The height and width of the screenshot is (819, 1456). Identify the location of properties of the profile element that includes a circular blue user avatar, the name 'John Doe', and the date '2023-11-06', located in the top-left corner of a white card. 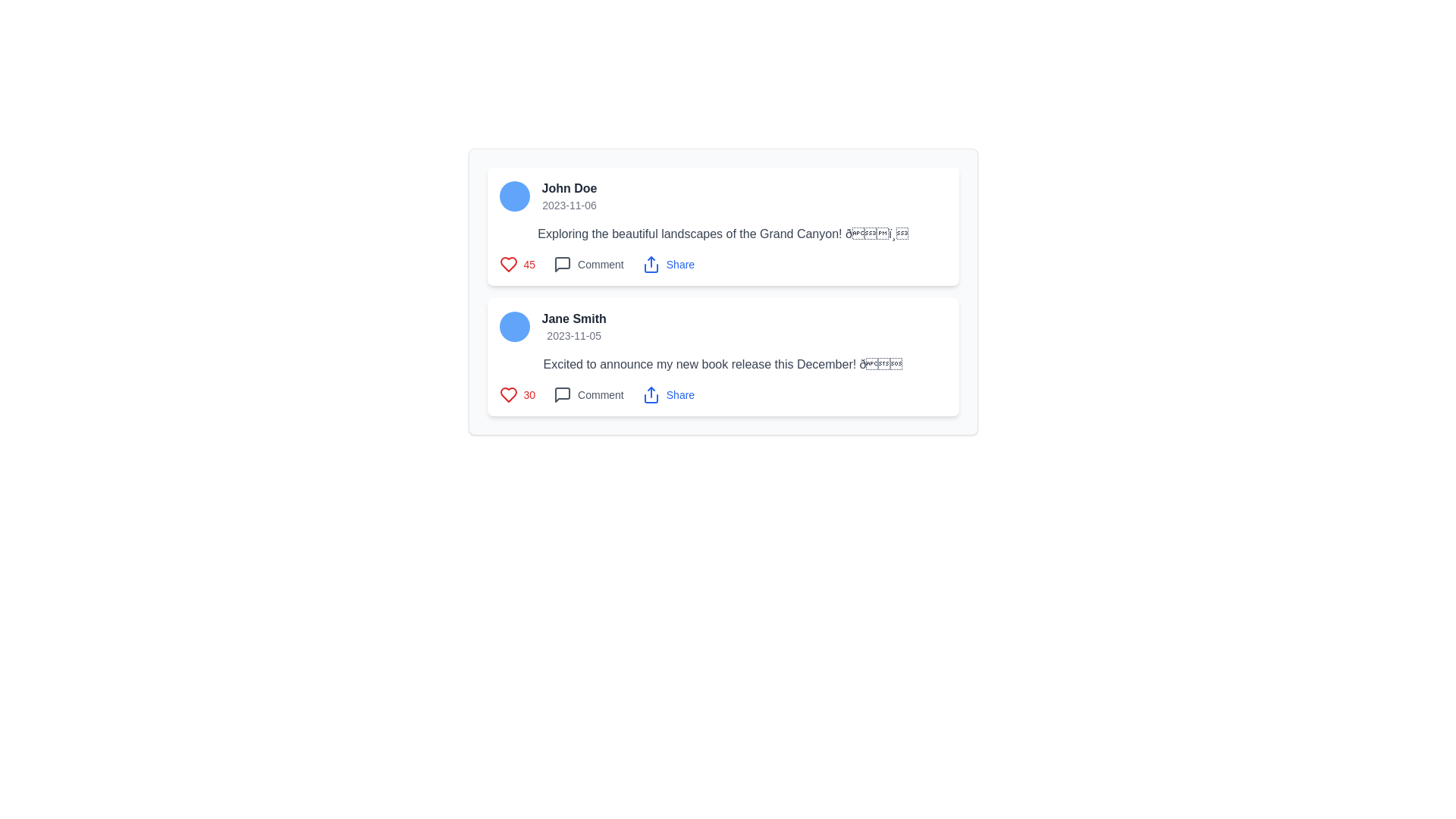
(722, 195).